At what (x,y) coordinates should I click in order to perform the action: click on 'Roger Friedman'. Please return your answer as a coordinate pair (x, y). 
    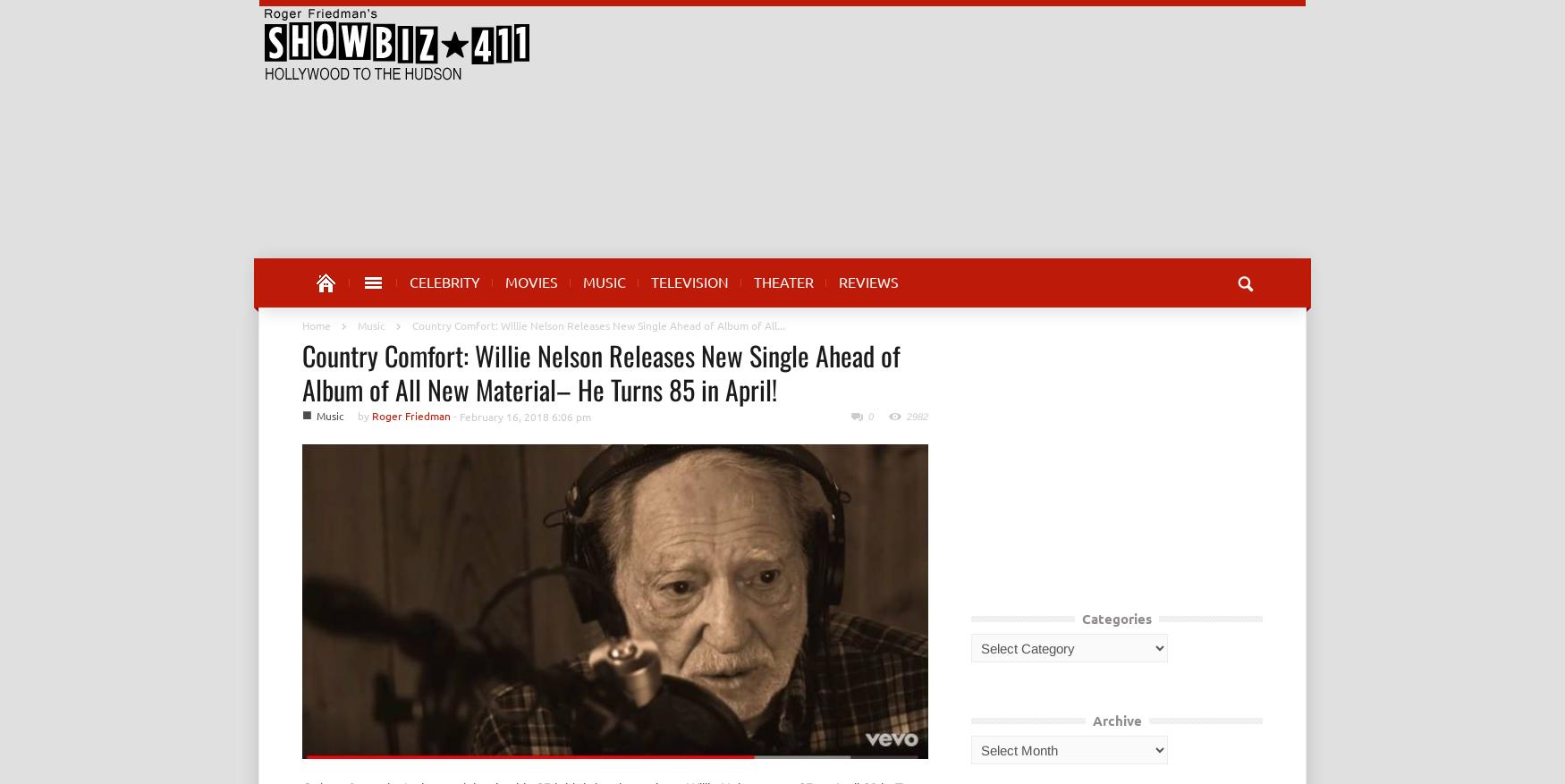
    Looking at the image, I should click on (410, 415).